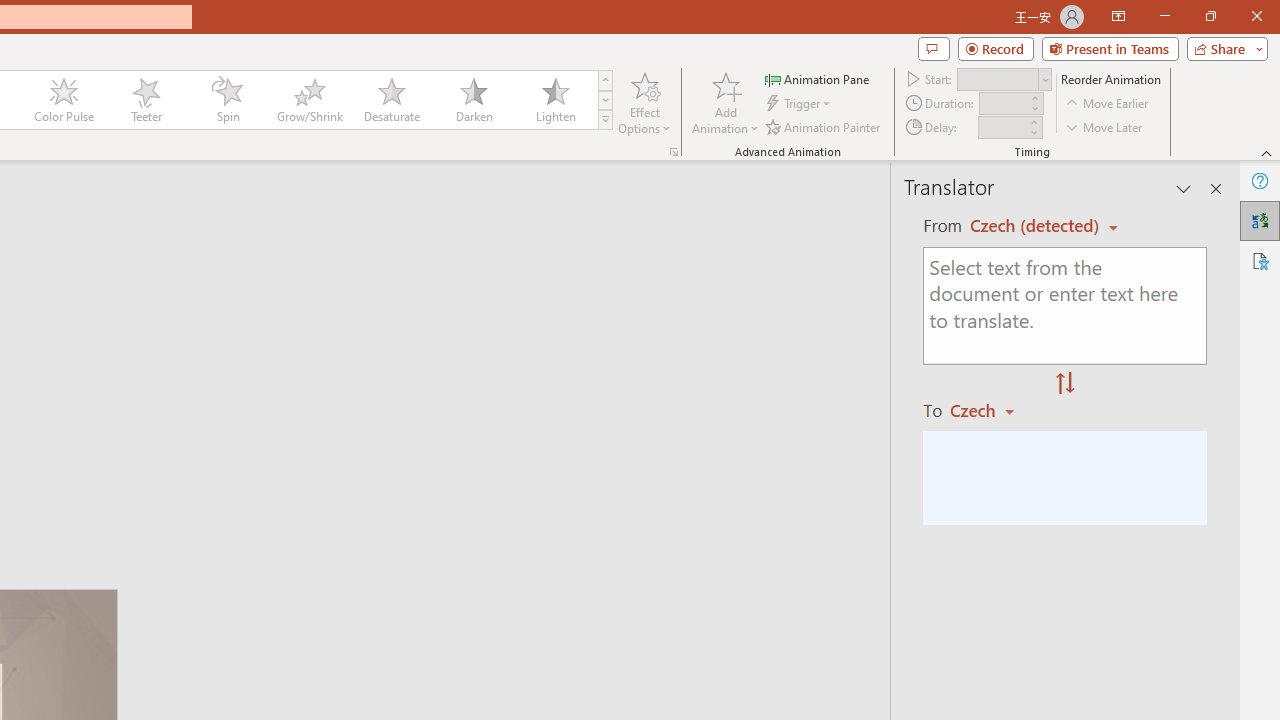 This screenshot has height=720, width=1280. Describe the element at coordinates (1064, 384) in the screenshot. I see `'Swap "from" and "to" languages.'` at that location.